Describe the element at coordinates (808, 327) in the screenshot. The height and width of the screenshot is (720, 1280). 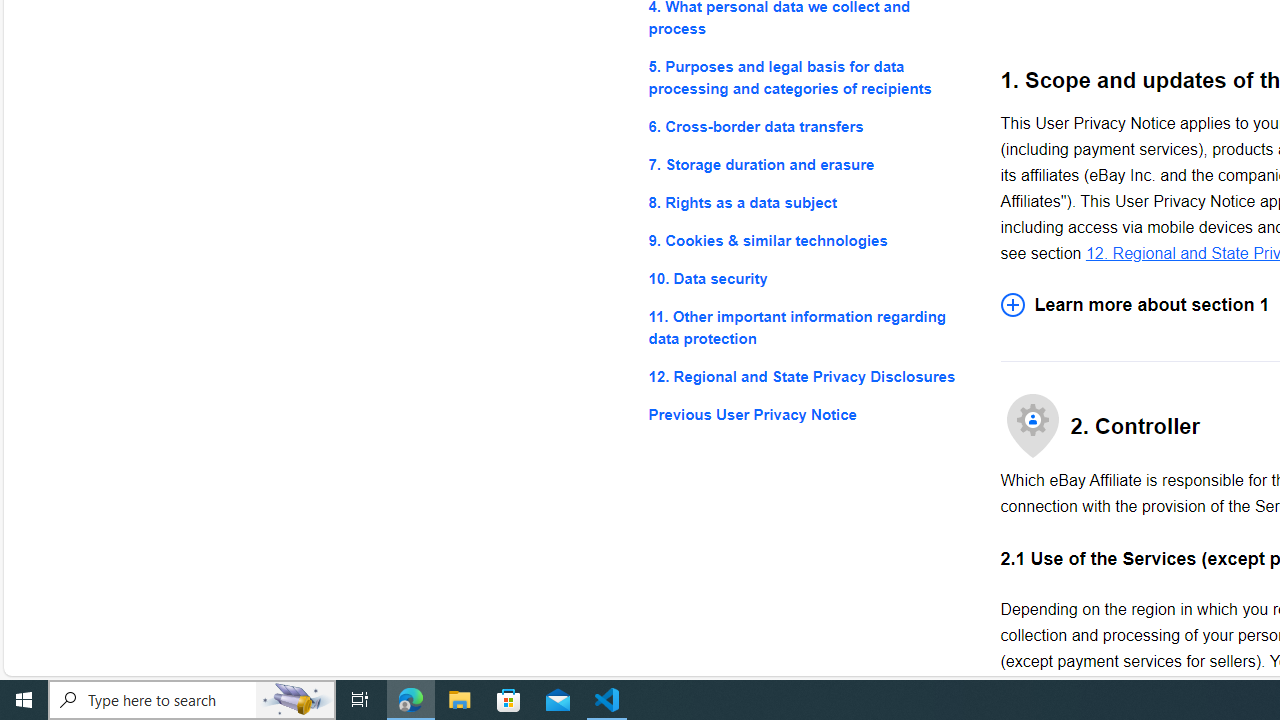
I see `'11. Other important information regarding data protection'` at that location.